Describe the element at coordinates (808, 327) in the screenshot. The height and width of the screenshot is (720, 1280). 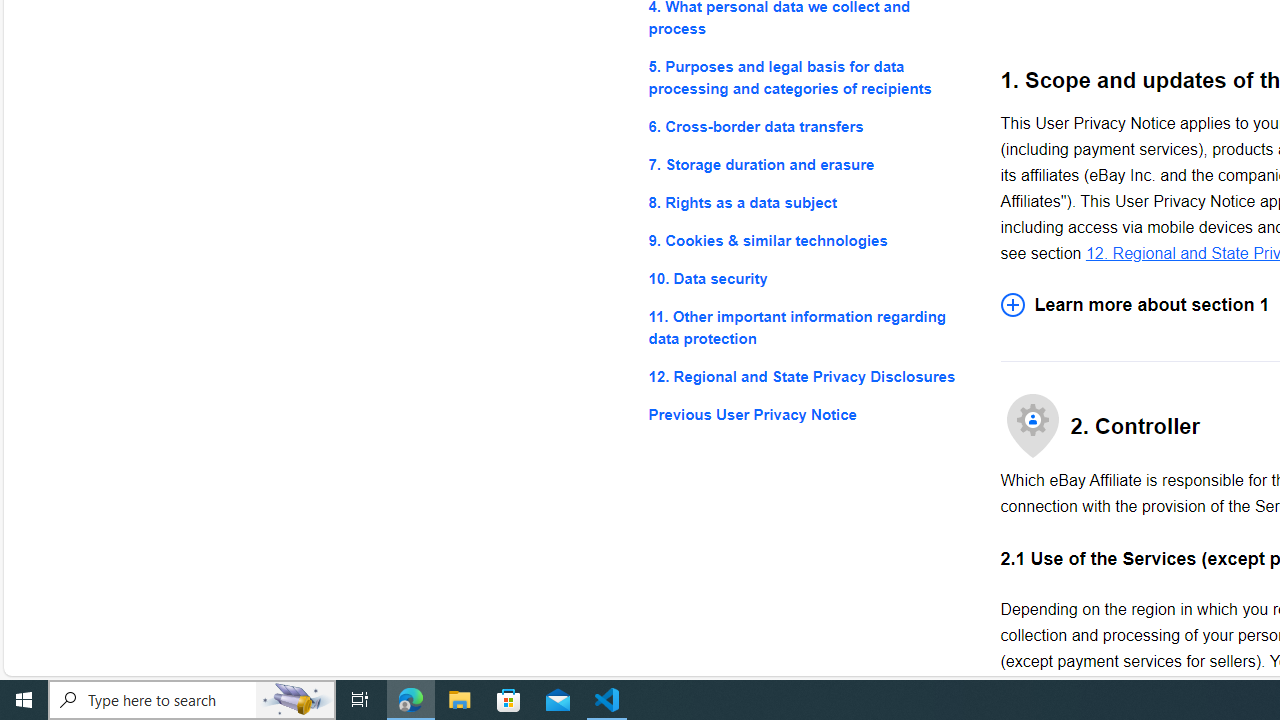
I see `'11. Other important information regarding data protection'` at that location.